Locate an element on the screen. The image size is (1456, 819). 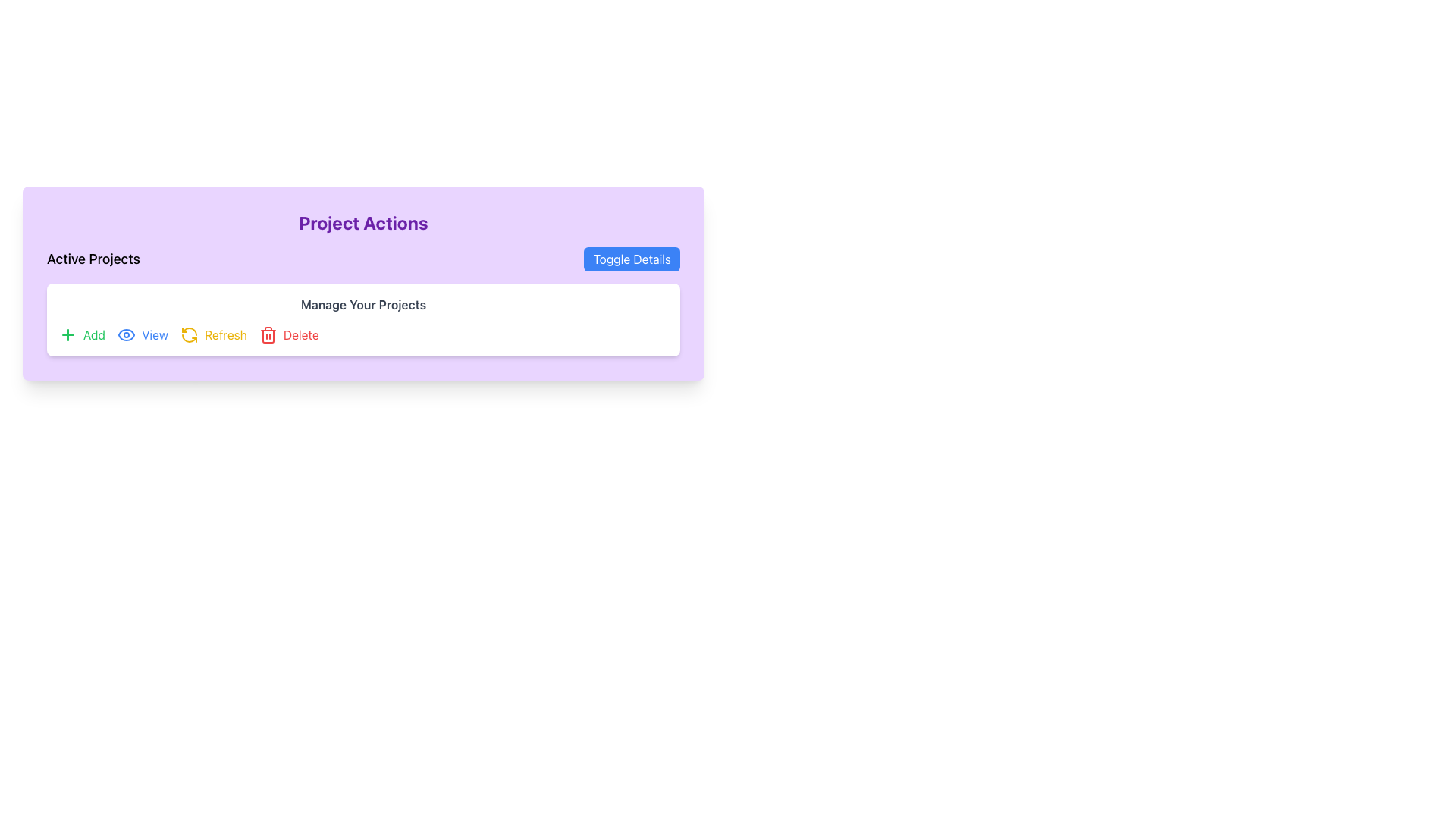
the refresh button in the 'Active Projects' toolbar is located at coordinates (212, 334).